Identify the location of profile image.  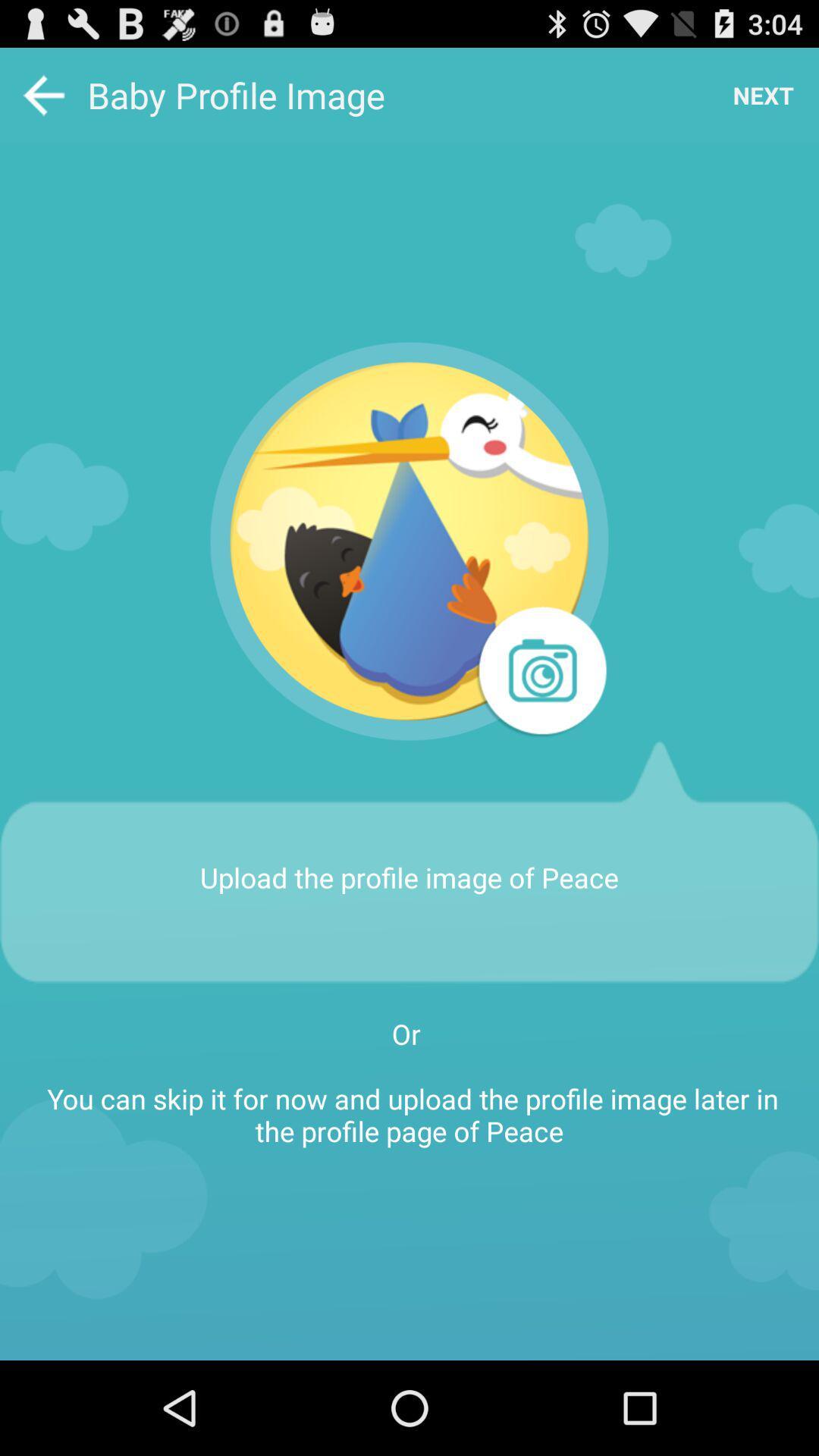
(409, 541).